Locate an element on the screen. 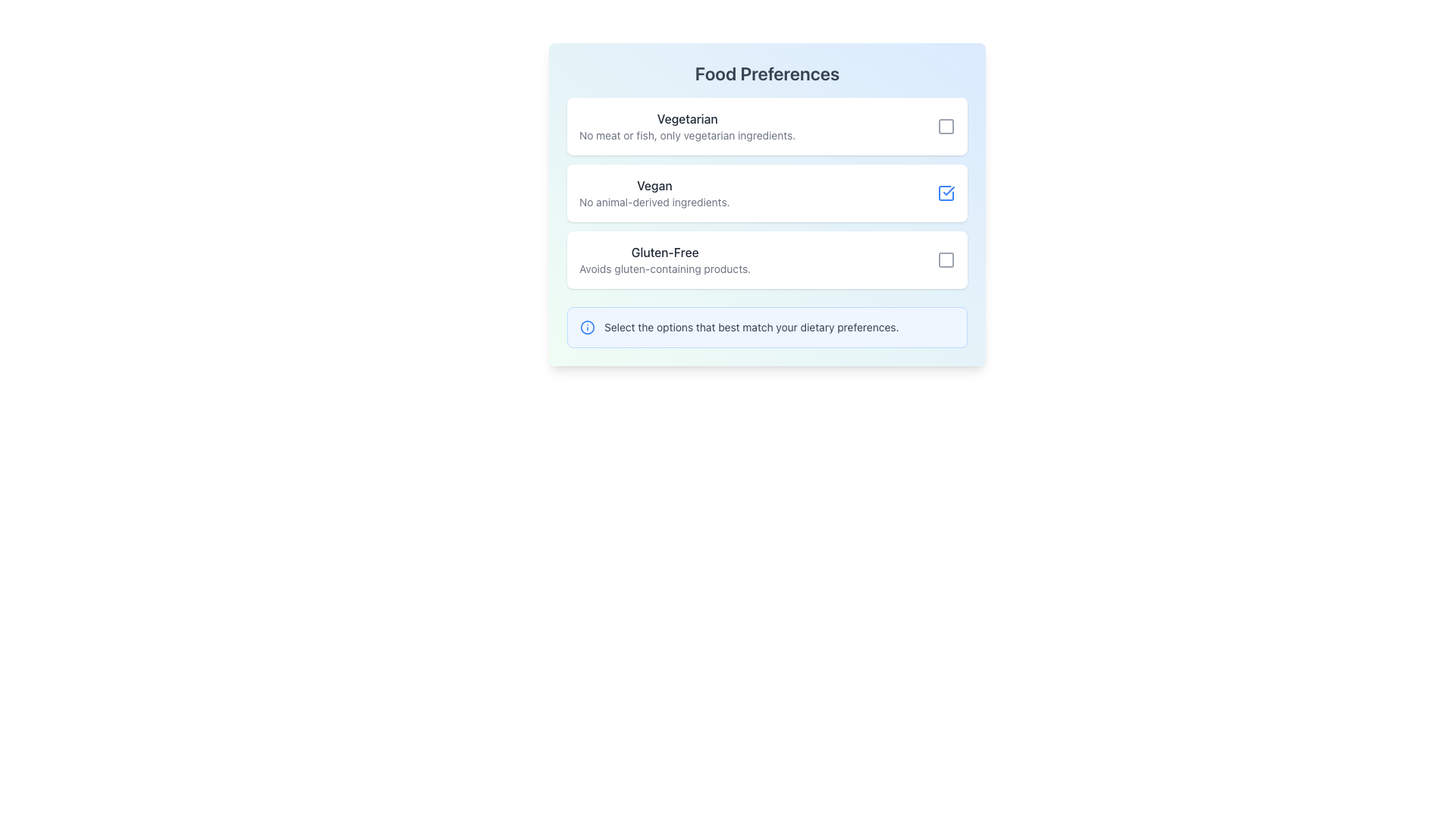 The image size is (1456, 819). the 'Gluten-Free' checkbox option in the Food Preferences list is located at coordinates (767, 259).